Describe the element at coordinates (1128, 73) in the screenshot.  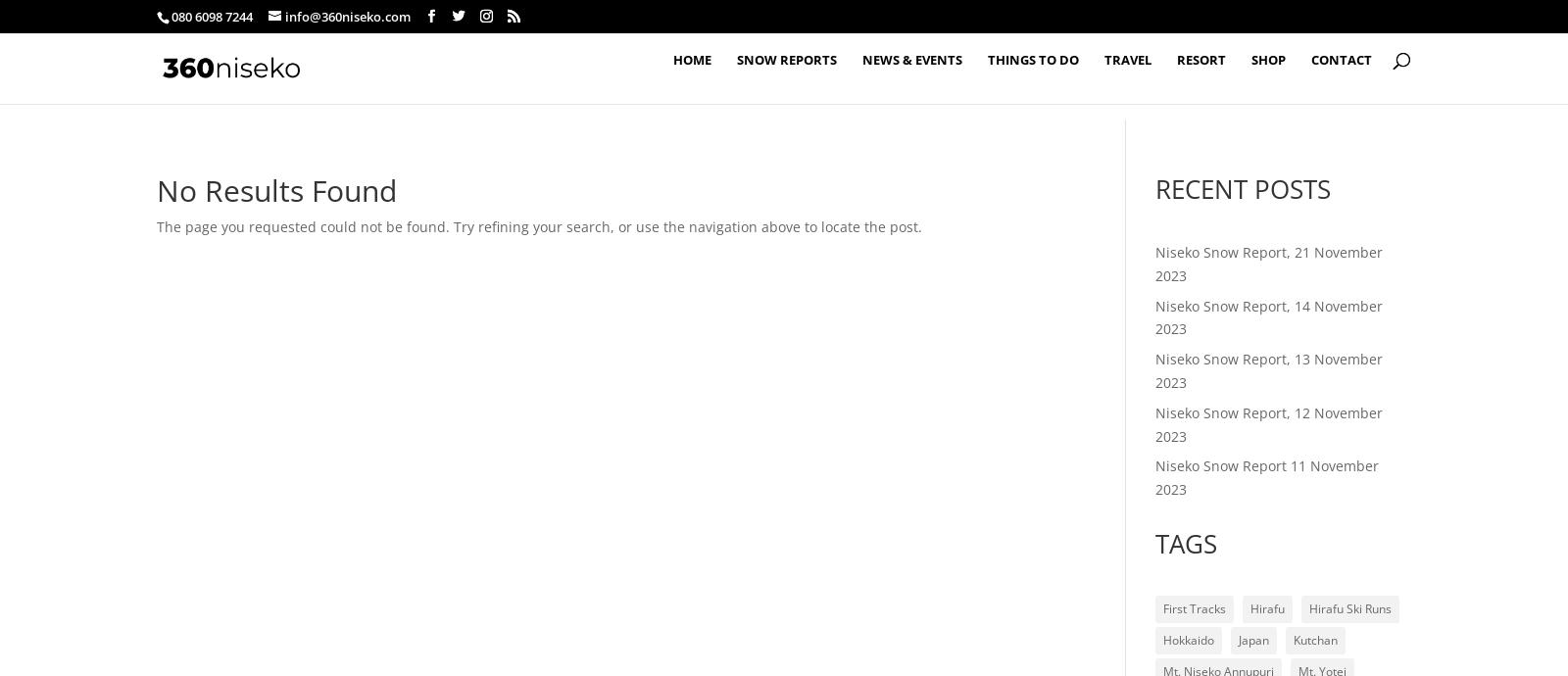
I see `'Travel'` at that location.